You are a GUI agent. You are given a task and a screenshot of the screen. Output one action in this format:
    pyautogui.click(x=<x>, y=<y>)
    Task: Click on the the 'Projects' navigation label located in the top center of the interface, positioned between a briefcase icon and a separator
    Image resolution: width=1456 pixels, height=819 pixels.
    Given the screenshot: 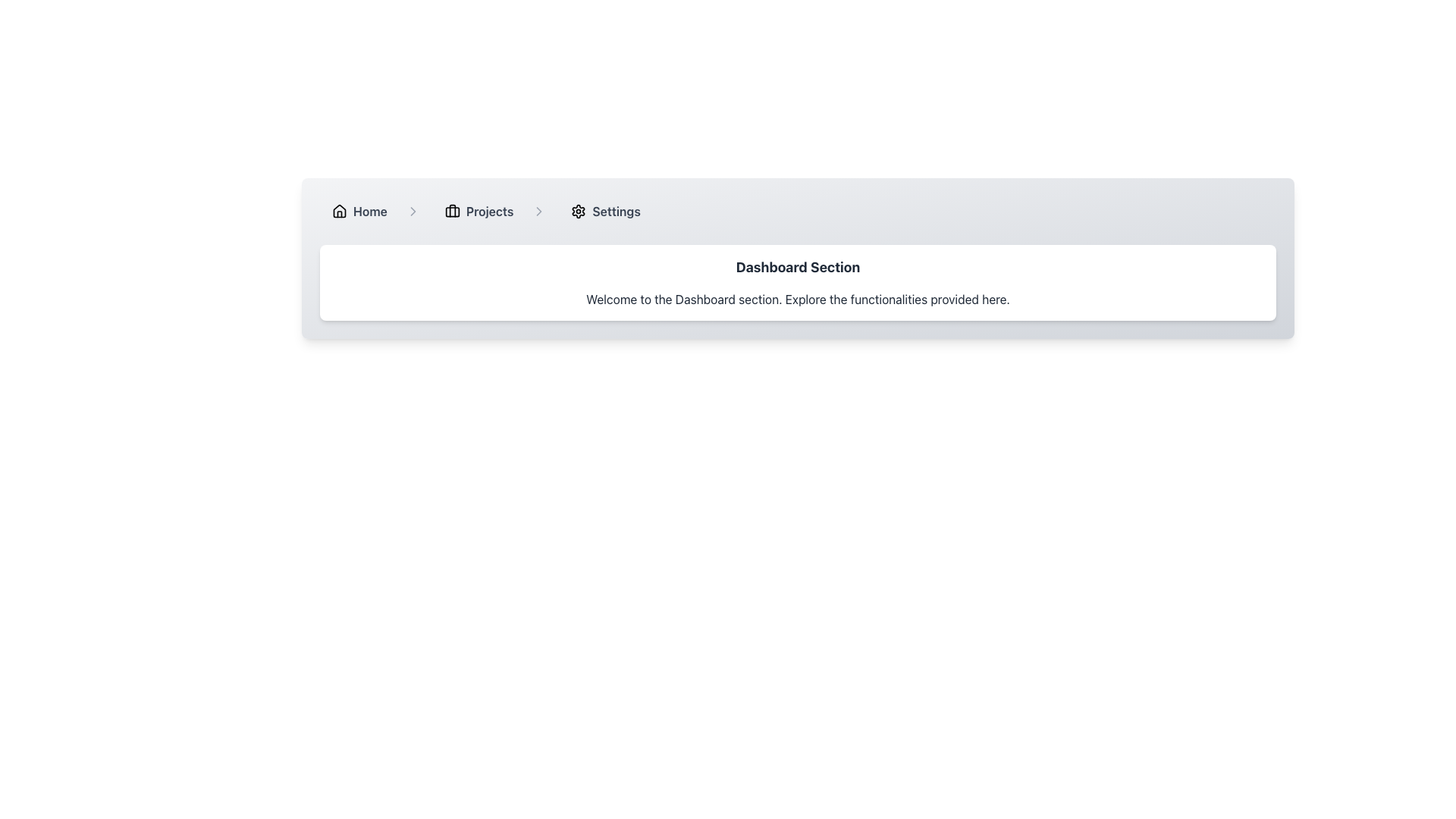 What is the action you would take?
    pyautogui.click(x=490, y=211)
    